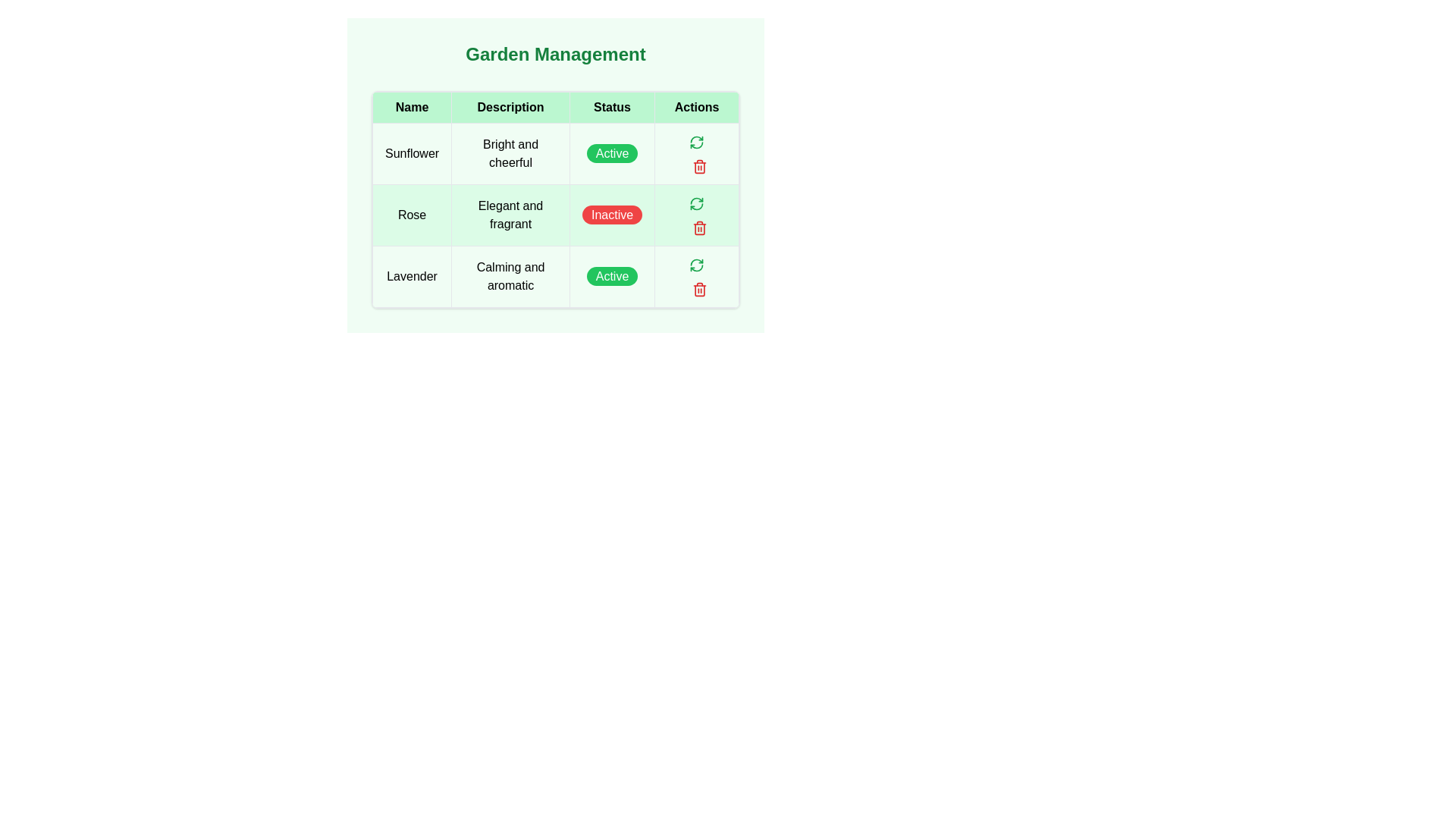 Image resolution: width=1456 pixels, height=819 pixels. I want to click on the circular refresh button, which is green and located in the 'Actions' column of the third row under the 'Garden Management' table for the 'Lavender' entry, so click(696, 263).